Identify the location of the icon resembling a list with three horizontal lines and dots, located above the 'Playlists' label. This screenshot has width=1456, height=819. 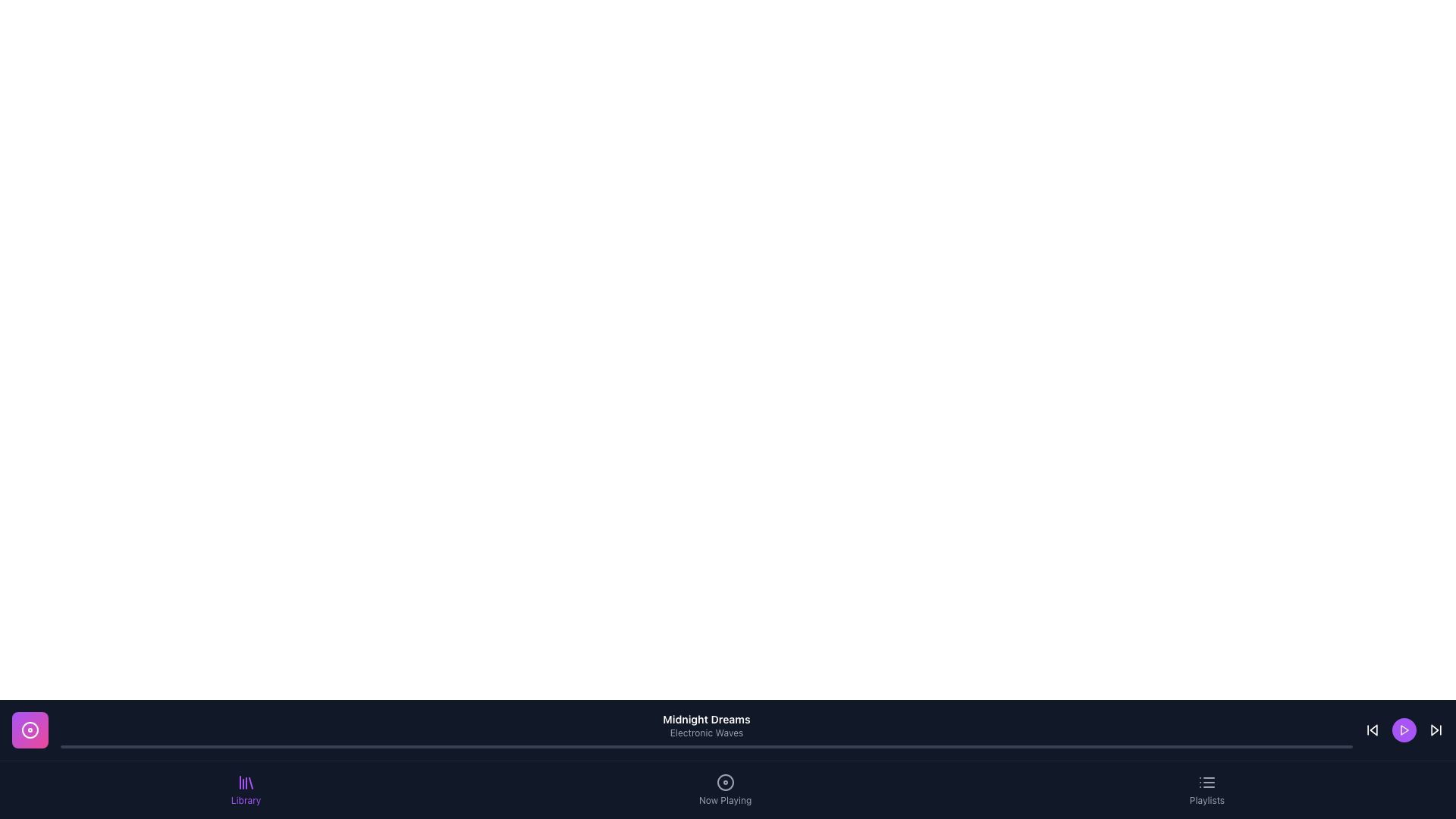
(1207, 783).